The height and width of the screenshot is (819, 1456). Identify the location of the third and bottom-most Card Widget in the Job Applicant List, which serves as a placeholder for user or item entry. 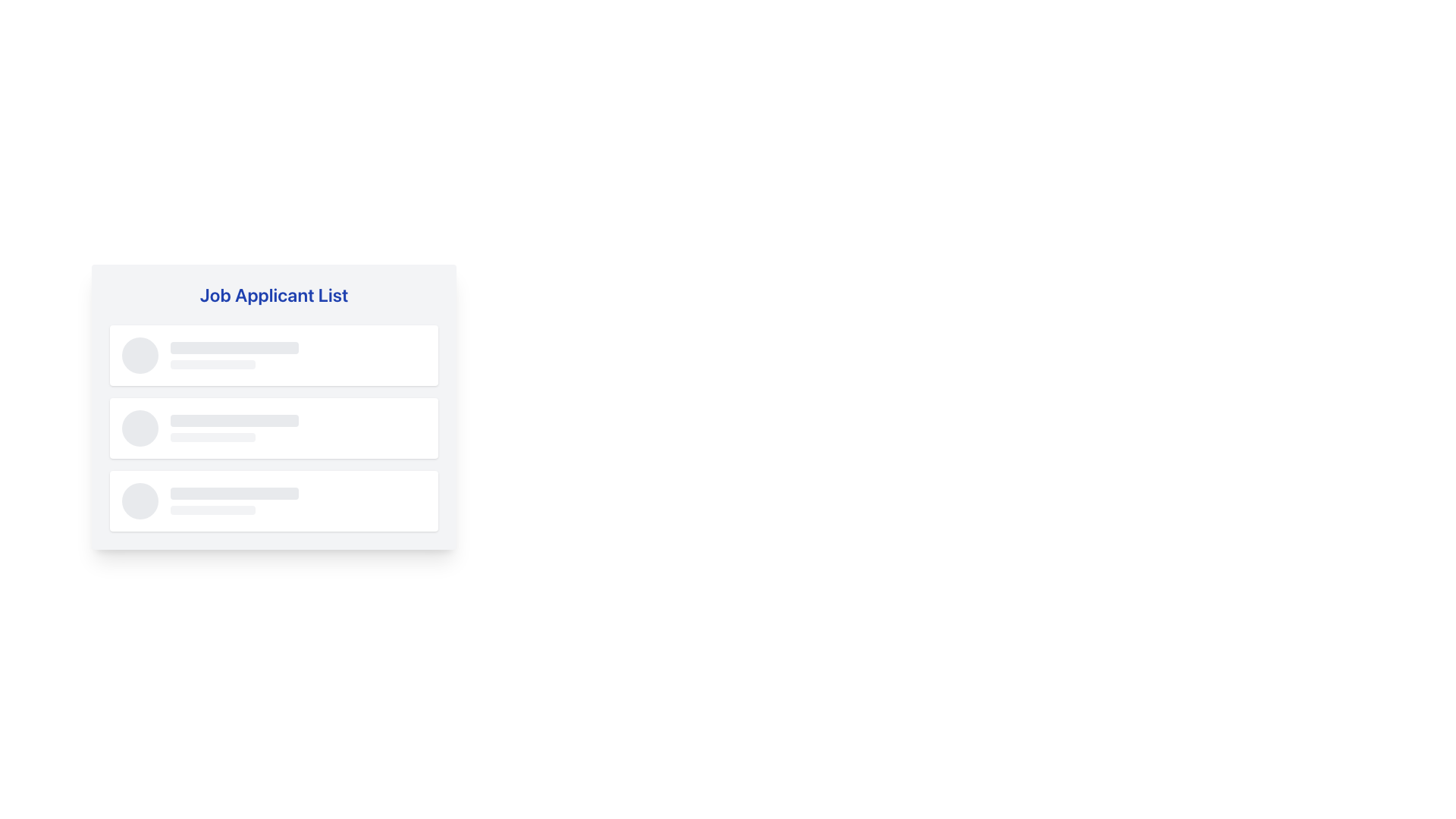
(274, 500).